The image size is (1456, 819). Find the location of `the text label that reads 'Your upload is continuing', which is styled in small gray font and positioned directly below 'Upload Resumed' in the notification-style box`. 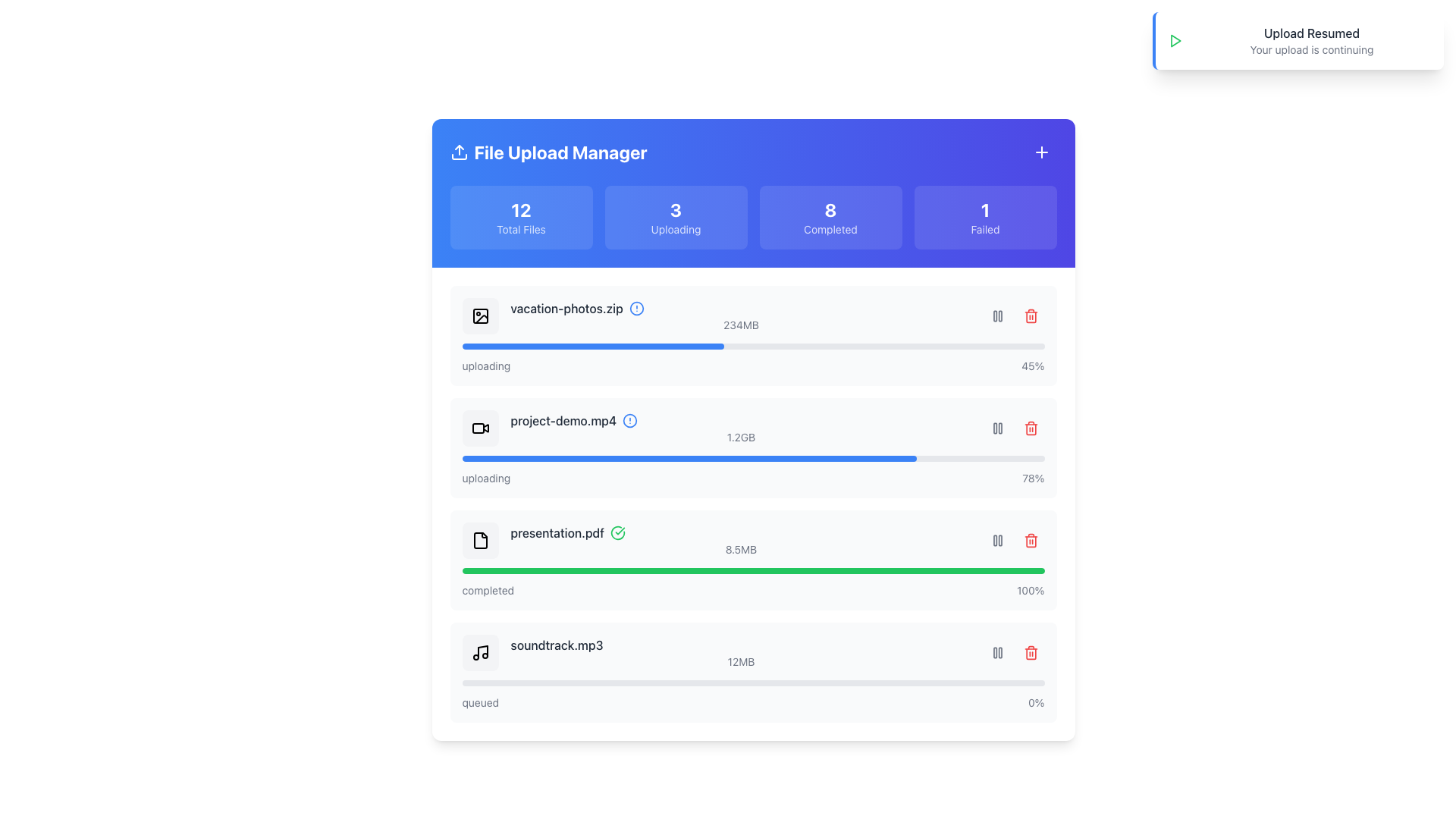

the text label that reads 'Your upload is continuing', which is styled in small gray font and positioned directly below 'Upload Resumed' in the notification-style box is located at coordinates (1310, 49).